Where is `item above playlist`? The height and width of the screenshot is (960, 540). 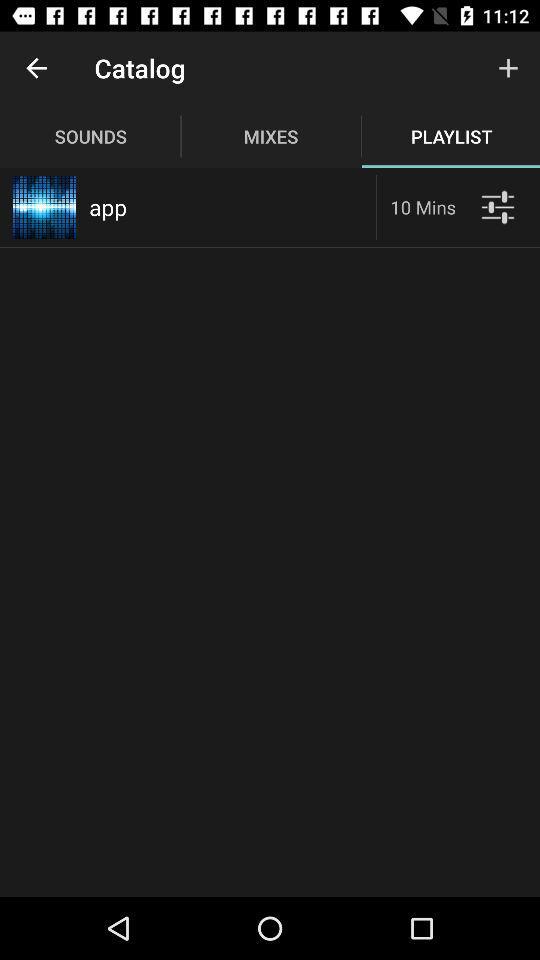
item above playlist is located at coordinates (508, 68).